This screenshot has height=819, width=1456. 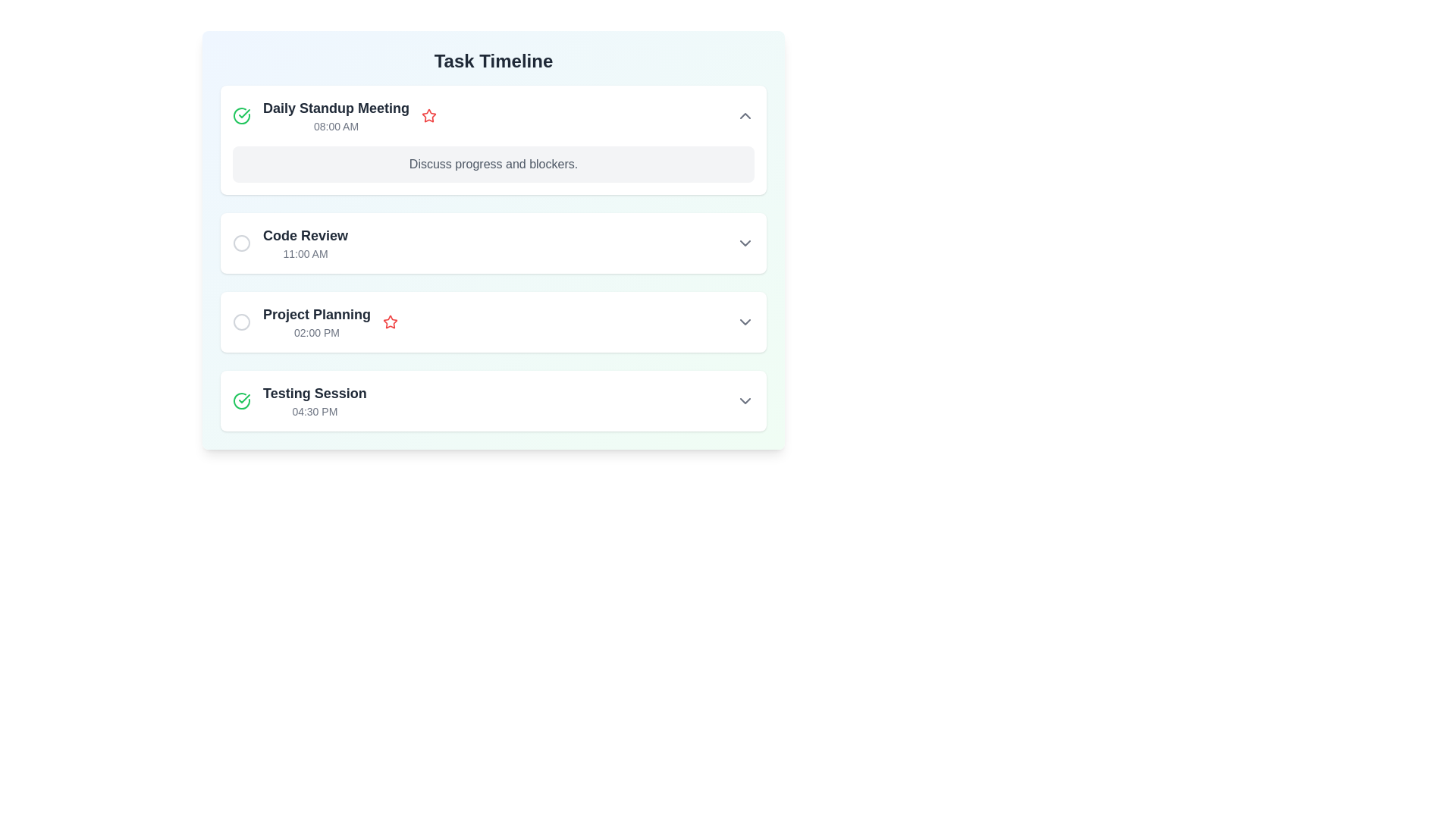 What do you see at coordinates (240, 321) in the screenshot?
I see `the circular gray icon within the 'Project Planning' task line on the task timeline interface` at bounding box center [240, 321].